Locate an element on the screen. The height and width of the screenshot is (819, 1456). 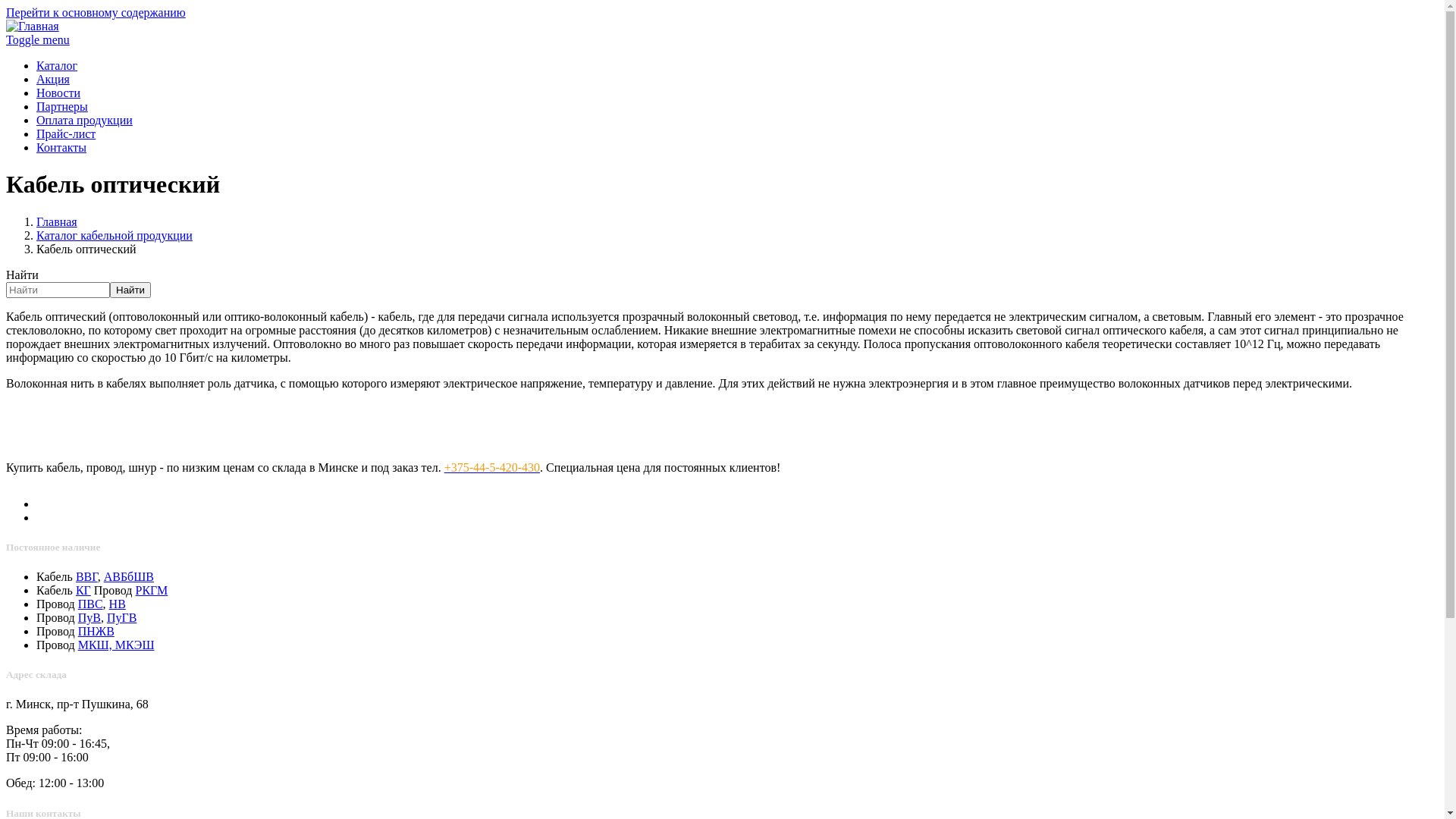
'+375-44-5-420-430' is located at coordinates (491, 466).